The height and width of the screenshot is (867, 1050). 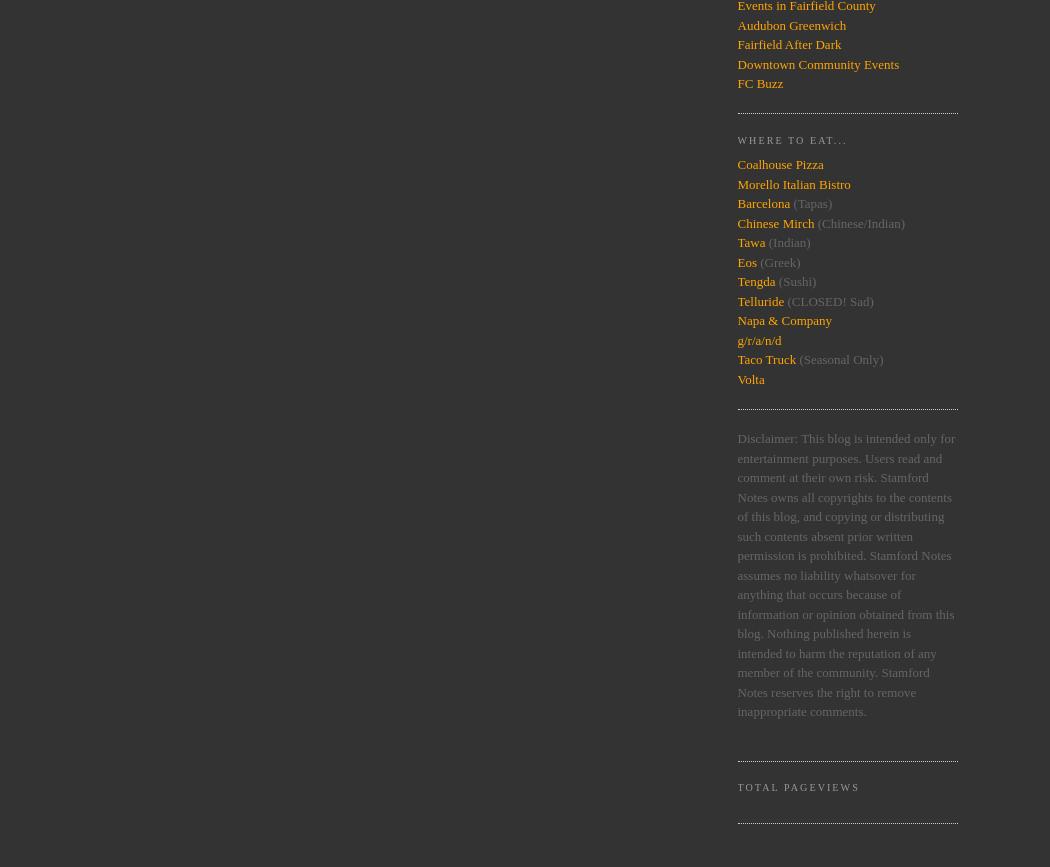 I want to click on 'g/r/a/n/d', so click(x=735, y=339).